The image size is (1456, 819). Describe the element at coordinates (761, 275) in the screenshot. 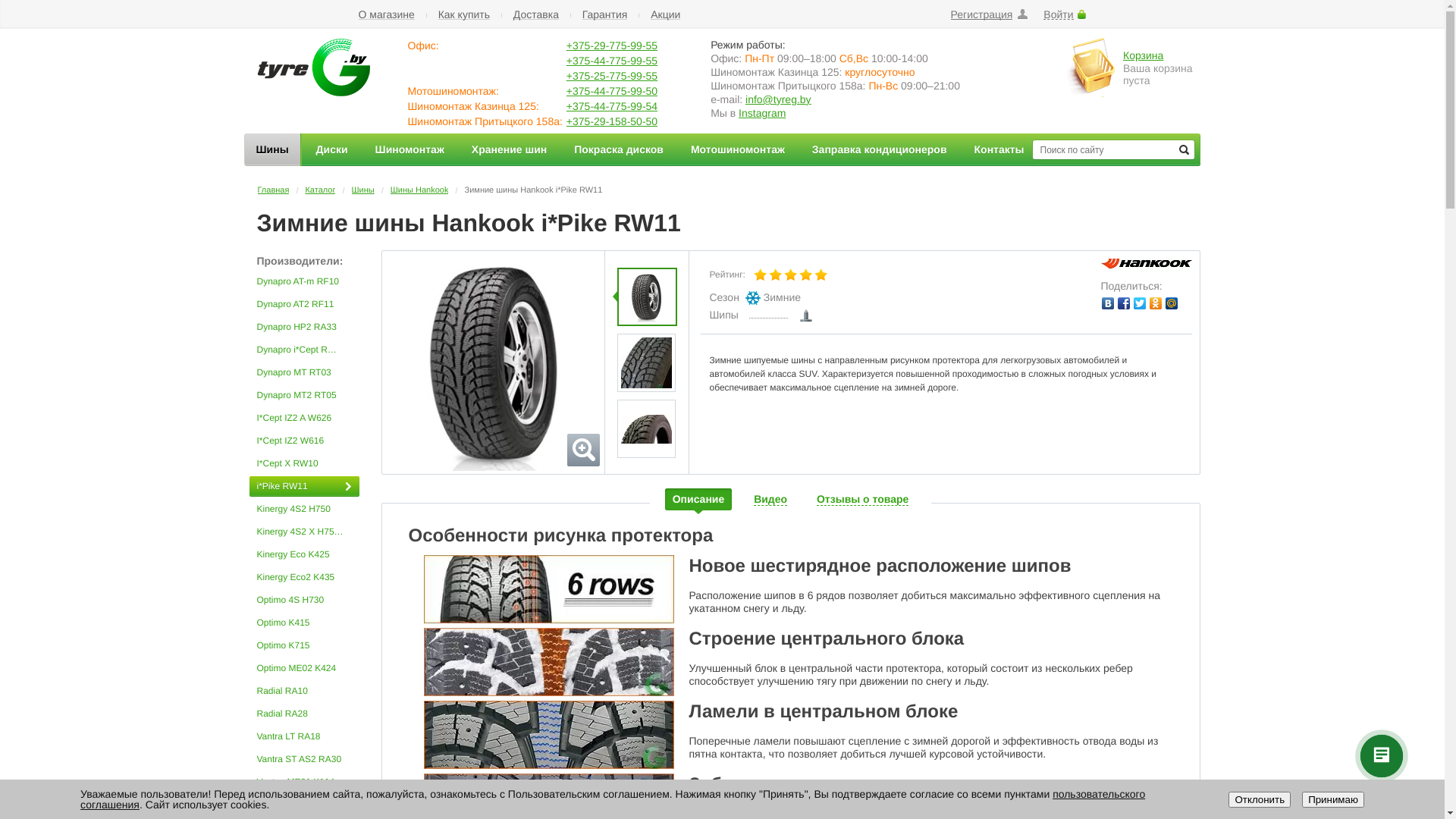

I see `'1'` at that location.